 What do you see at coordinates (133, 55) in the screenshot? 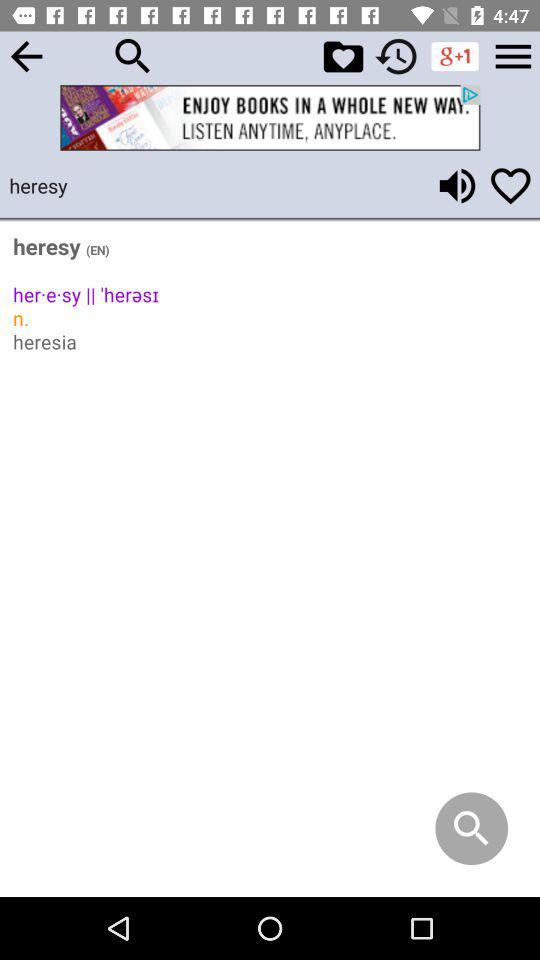
I see `search the option` at bounding box center [133, 55].